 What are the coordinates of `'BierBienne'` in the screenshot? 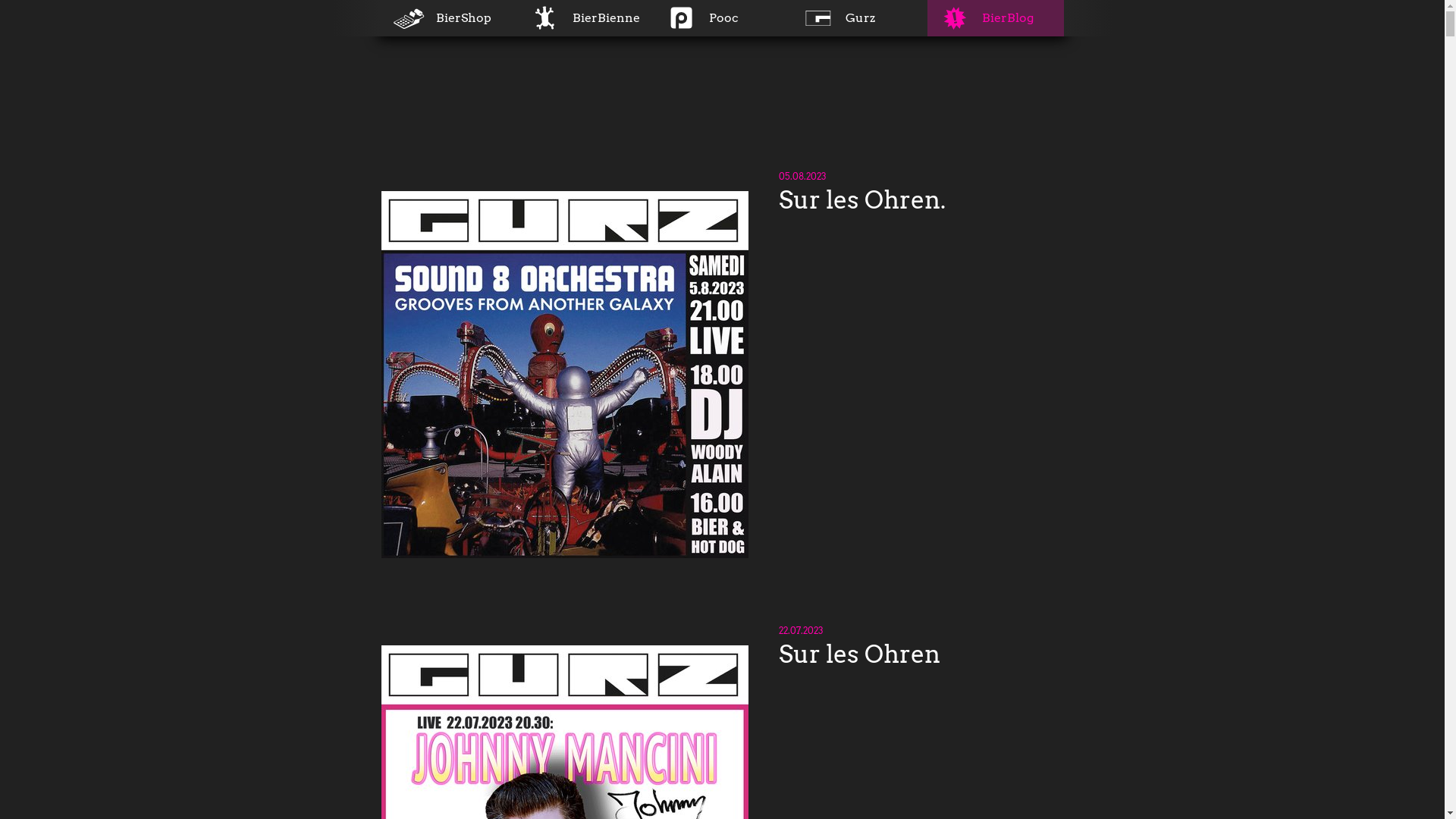 It's located at (585, 17).